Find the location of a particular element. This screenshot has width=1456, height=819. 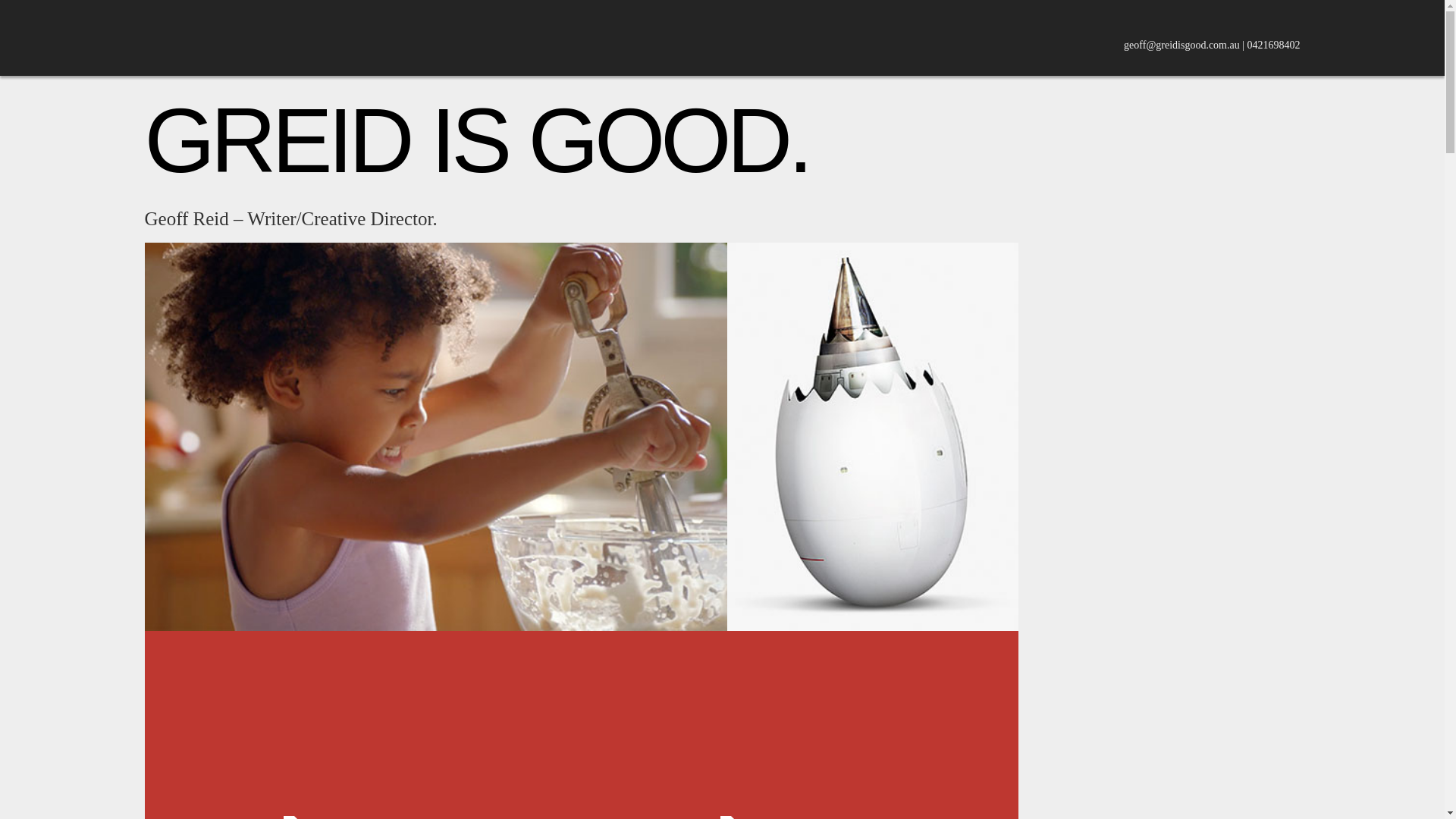

'geoff@greidisgood.com.au | 0421698402' is located at coordinates (1211, 44).